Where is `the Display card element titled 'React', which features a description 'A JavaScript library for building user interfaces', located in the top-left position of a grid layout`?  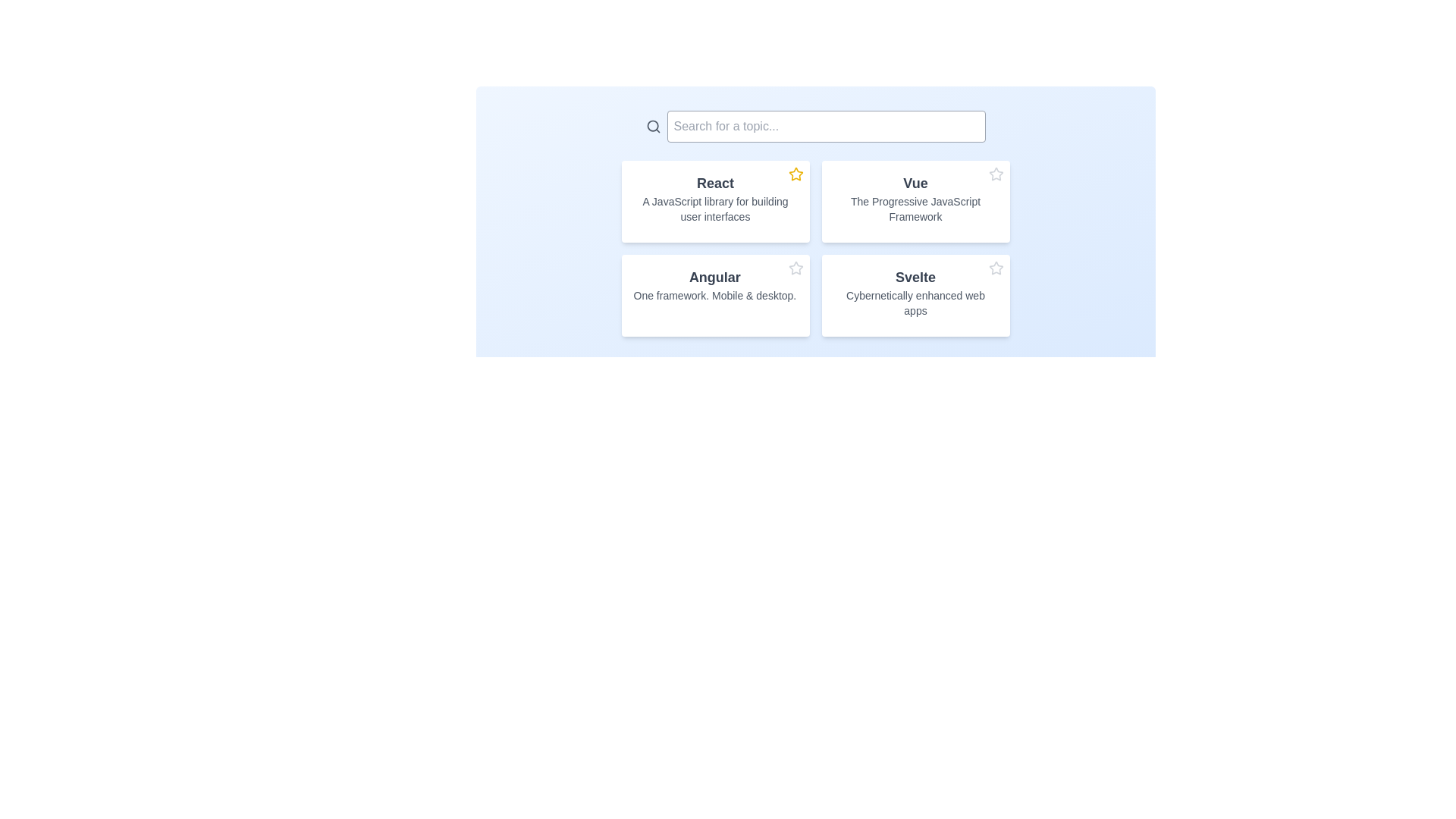 the Display card element titled 'React', which features a description 'A JavaScript library for building user interfaces', located in the top-left position of a grid layout is located at coordinates (714, 198).